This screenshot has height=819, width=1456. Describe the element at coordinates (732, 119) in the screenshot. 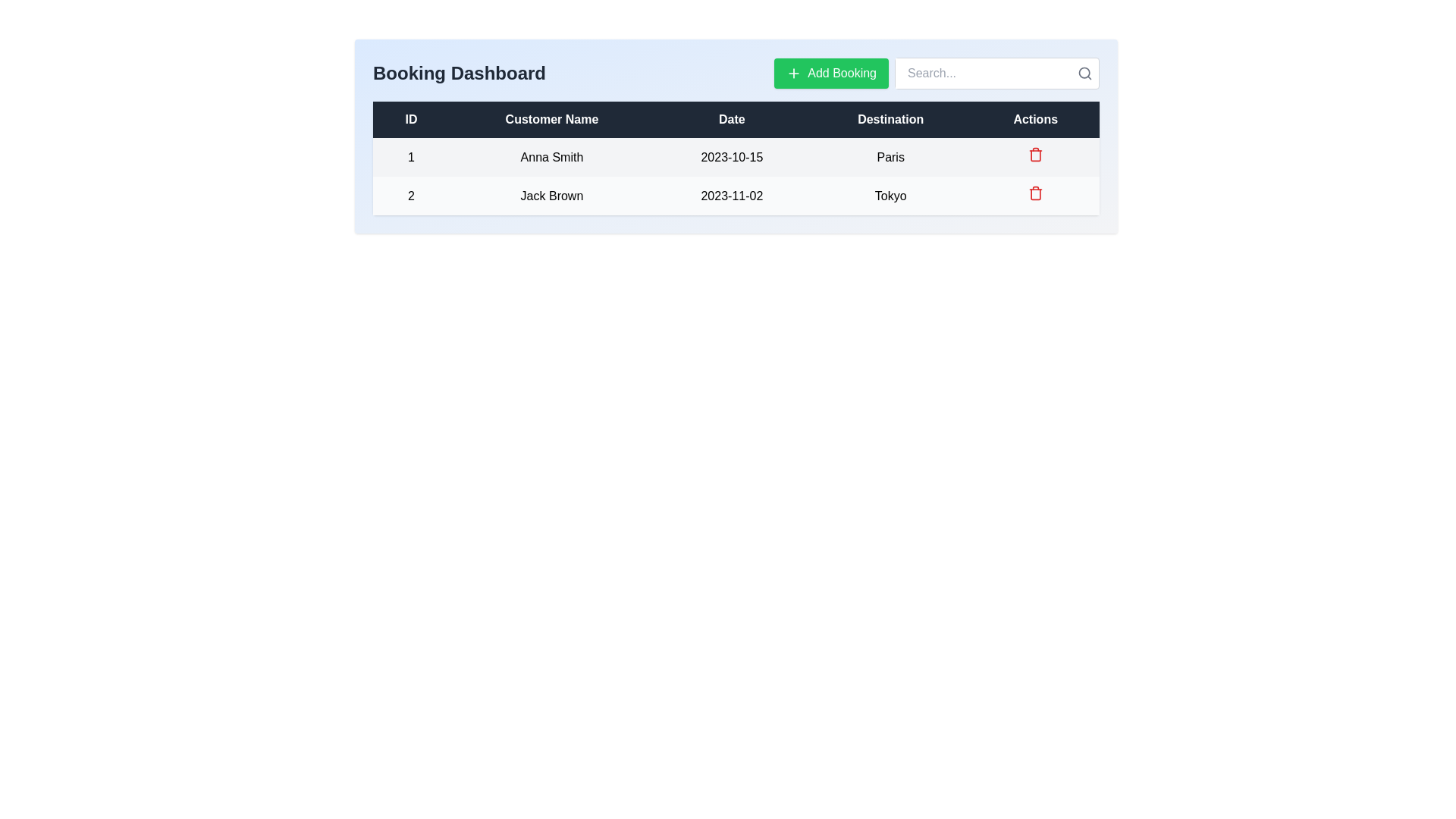

I see `the text label displaying 'Date' in white font on a dark background, which is part of a table header positioned between 'Customer Name' and 'Destination'` at that location.